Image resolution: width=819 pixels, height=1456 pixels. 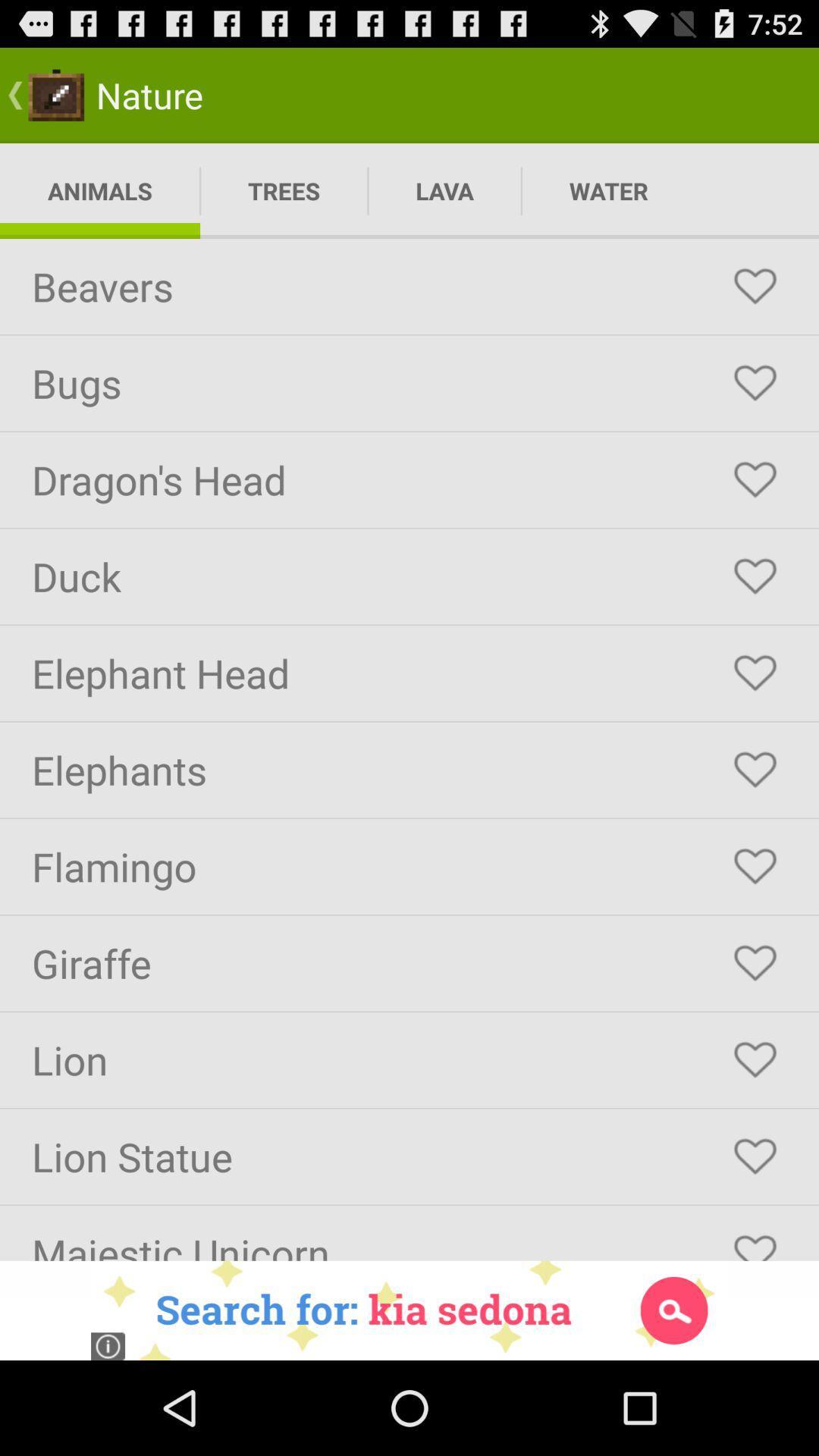 I want to click on like button, so click(x=755, y=866).